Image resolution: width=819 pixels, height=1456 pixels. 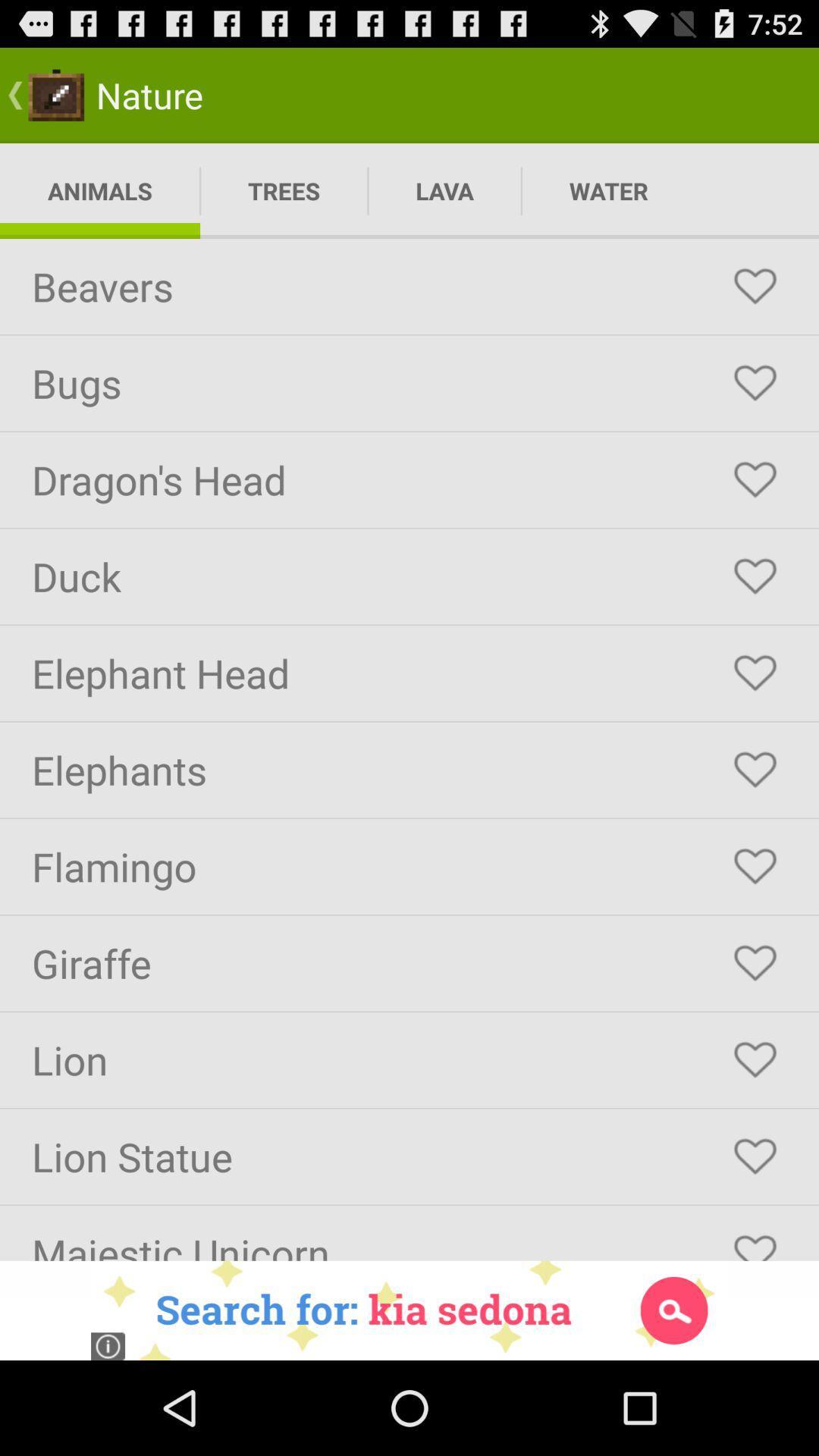 I want to click on like button, so click(x=755, y=866).